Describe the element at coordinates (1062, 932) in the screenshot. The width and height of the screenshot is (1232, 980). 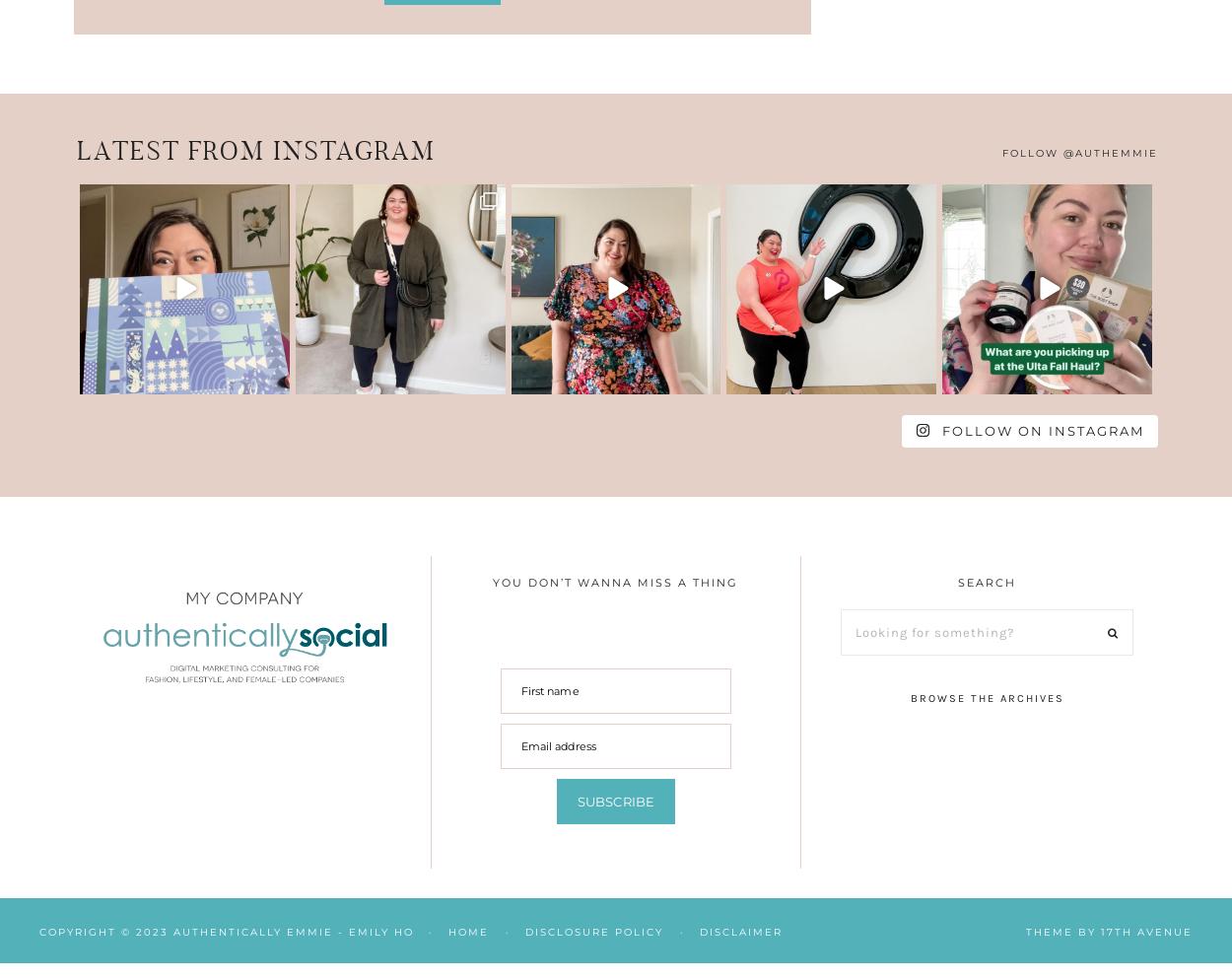
I see `'Theme by'` at that location.